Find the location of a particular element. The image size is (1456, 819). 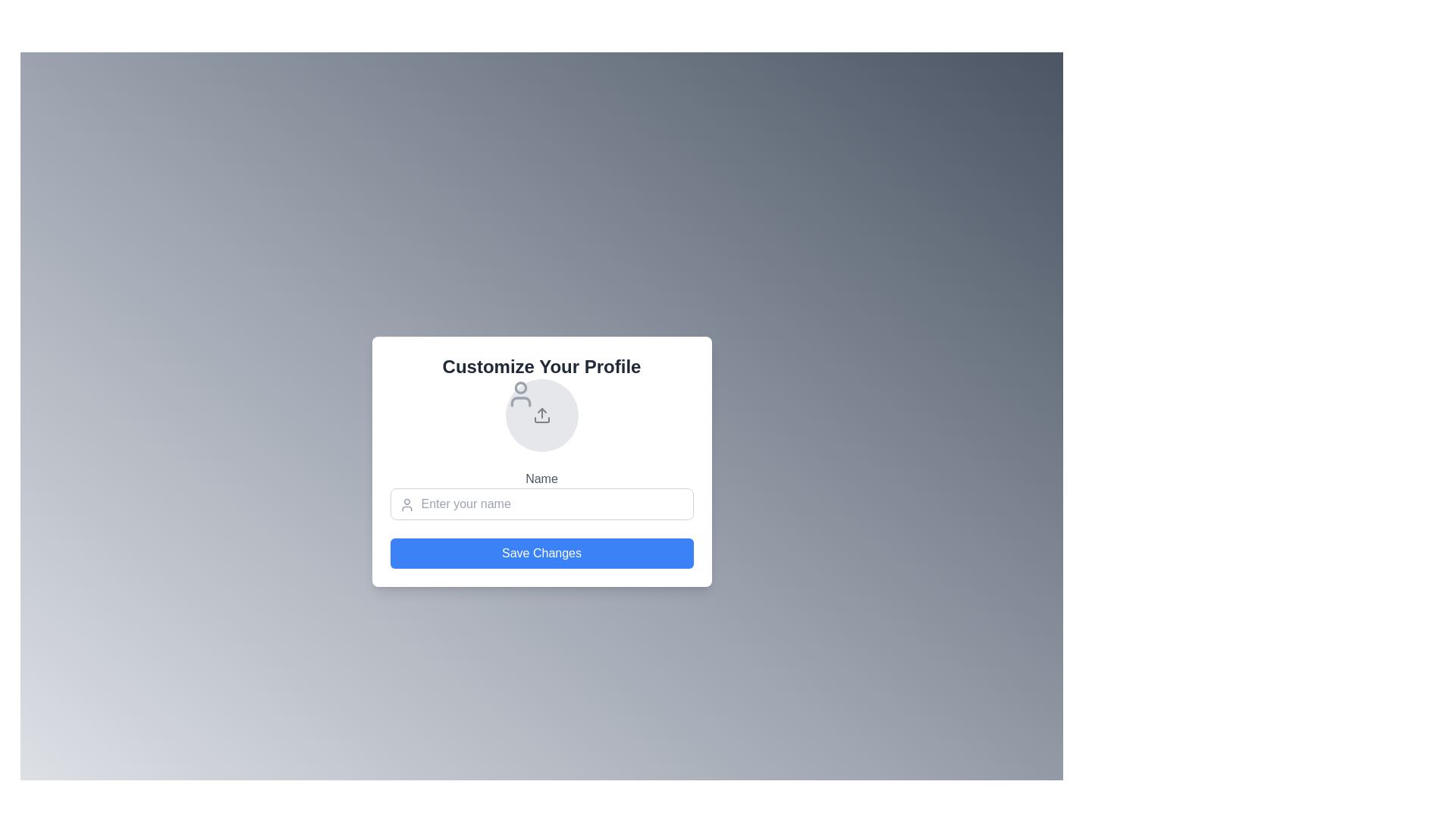

the 'Confirm' button located at the lower center of the modal dialog is located at coordinates (541, 553).